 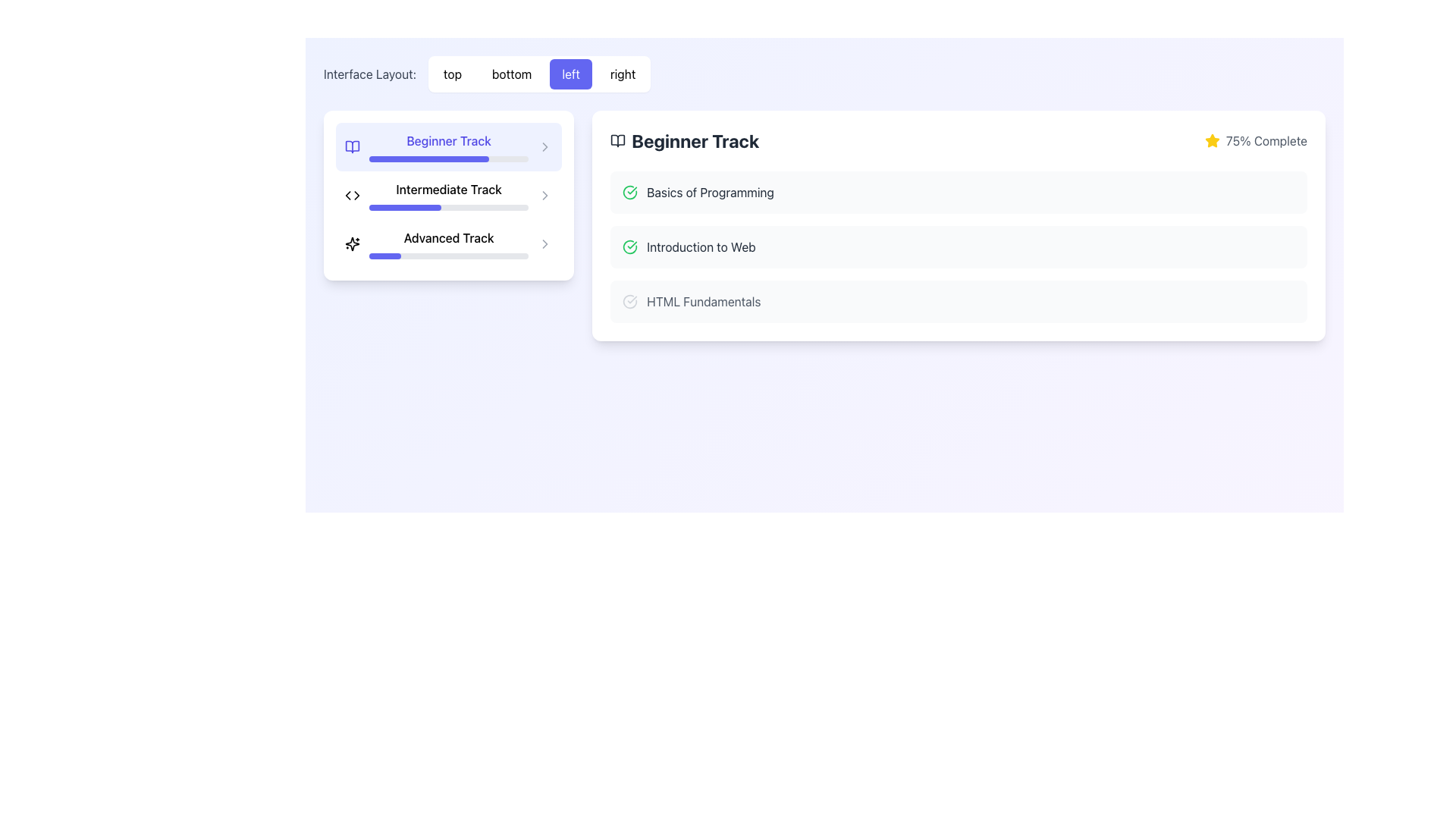 I want to click on the static text label reading 'Advanced Track', so click(x=448, y=237).